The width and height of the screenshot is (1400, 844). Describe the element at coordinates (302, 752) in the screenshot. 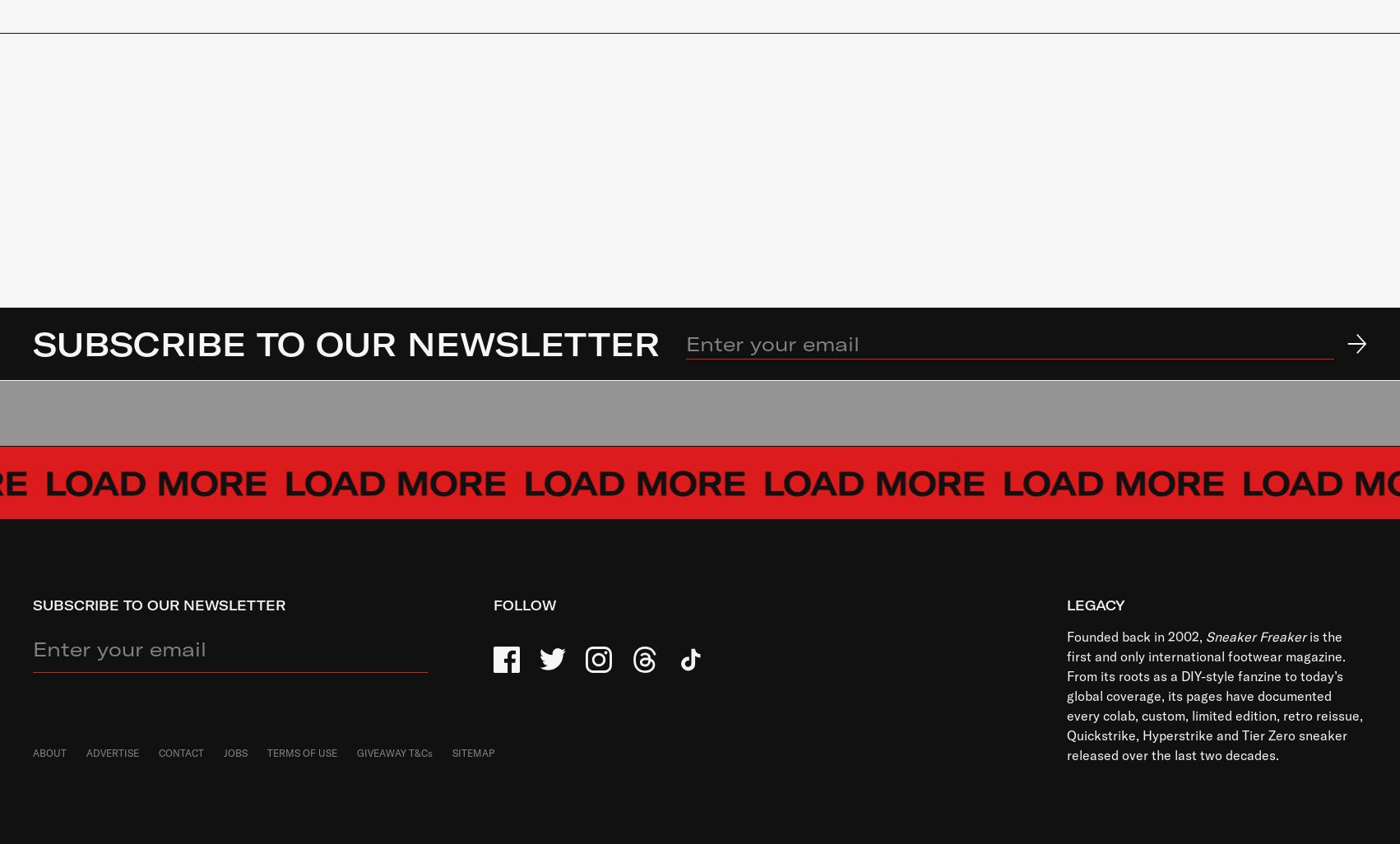

I see `'TERMS OF USE'` at that location.